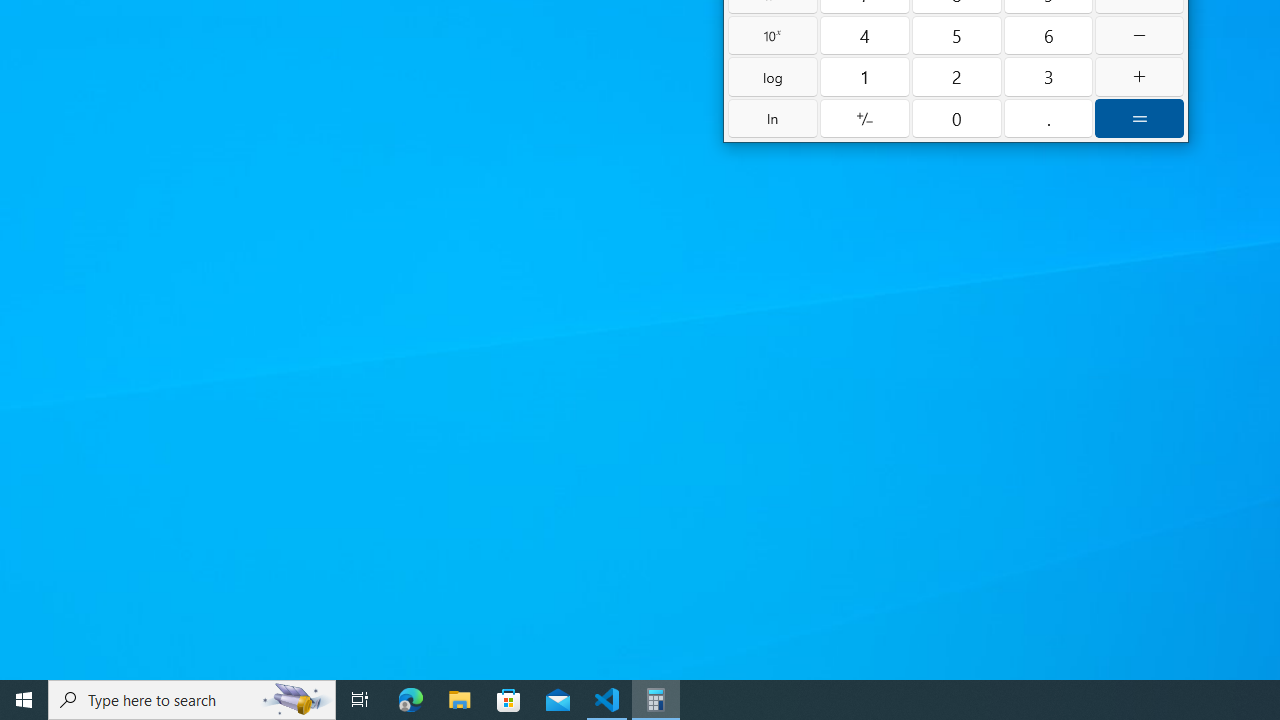 The image size is (1280, 720). I want to click on 'Log', so click(772, 76).